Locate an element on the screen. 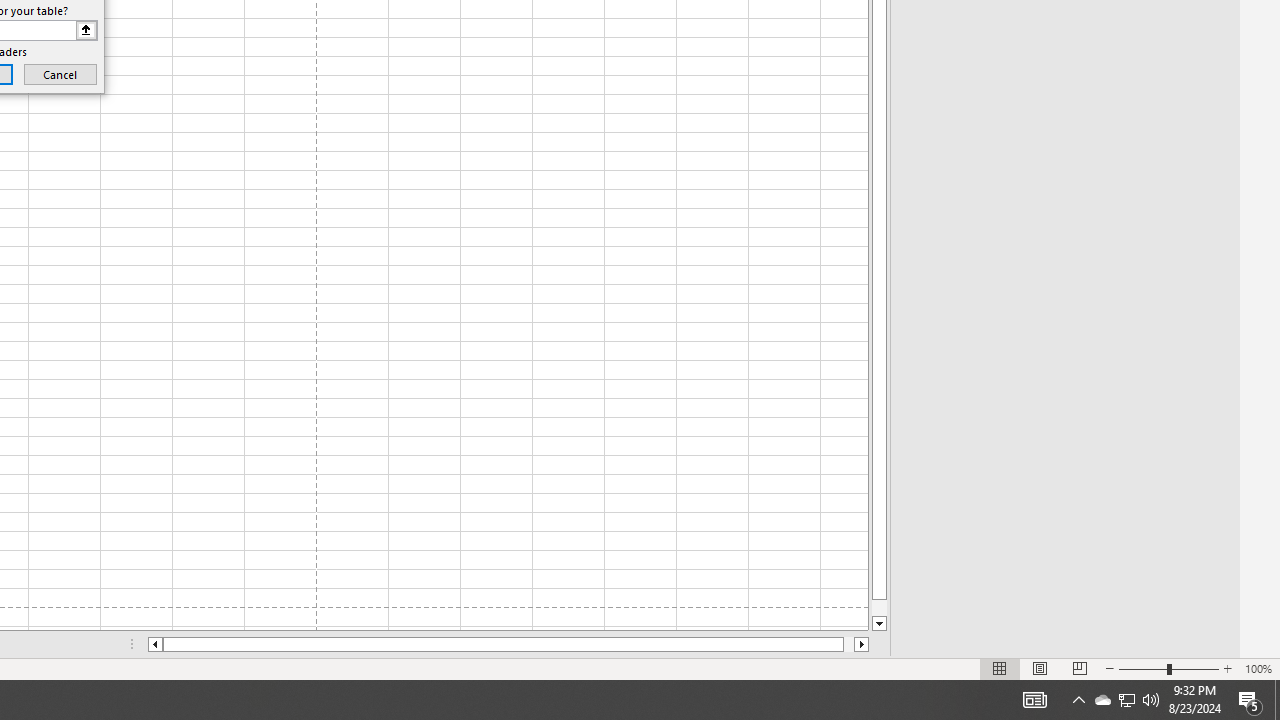 The height and width of the screenshot is (720, 1280). 'Page down' is located at coordinates (879, 607).